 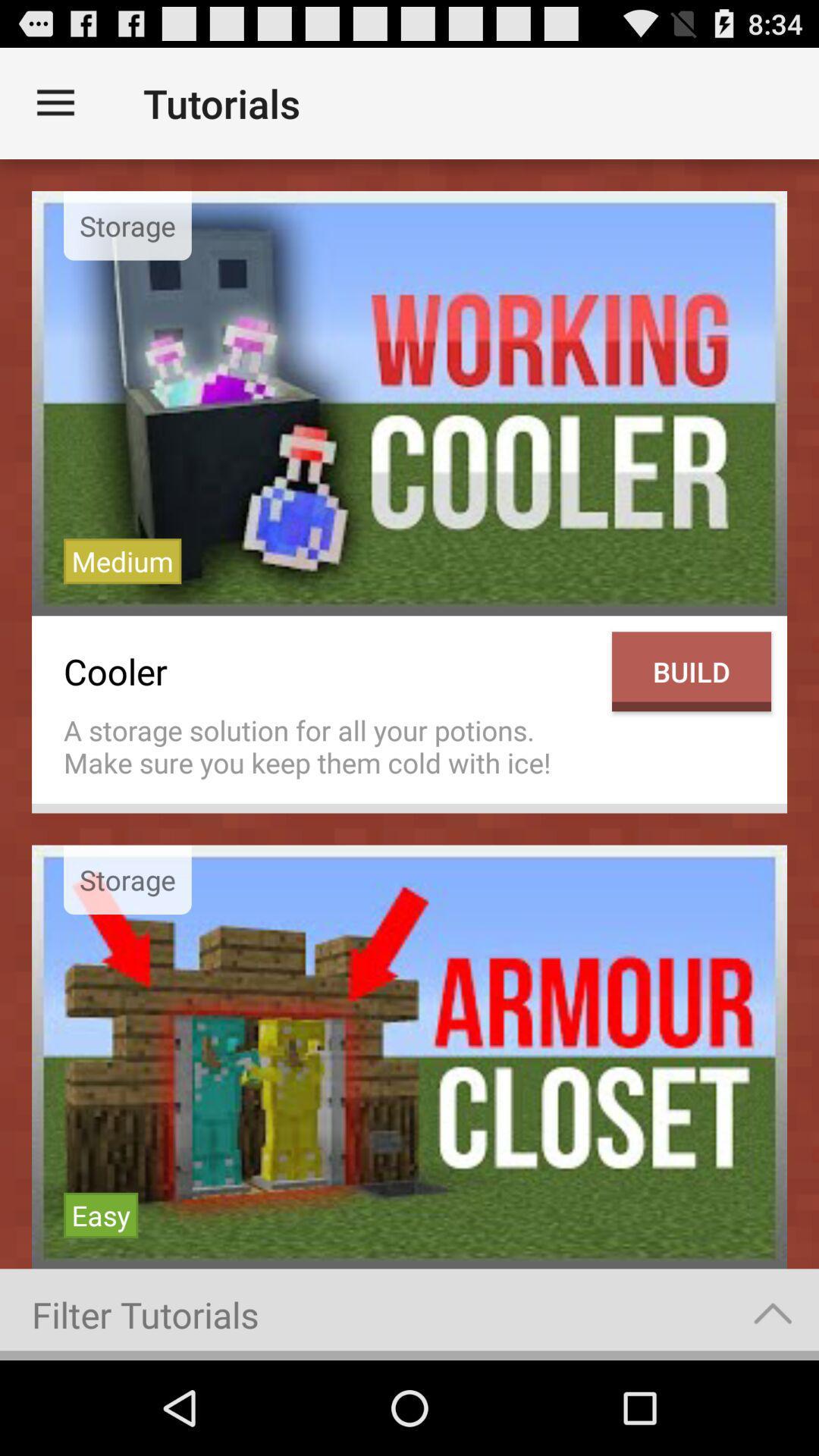 I want to click on the icon below storage item, so click(x=101, y=1215).